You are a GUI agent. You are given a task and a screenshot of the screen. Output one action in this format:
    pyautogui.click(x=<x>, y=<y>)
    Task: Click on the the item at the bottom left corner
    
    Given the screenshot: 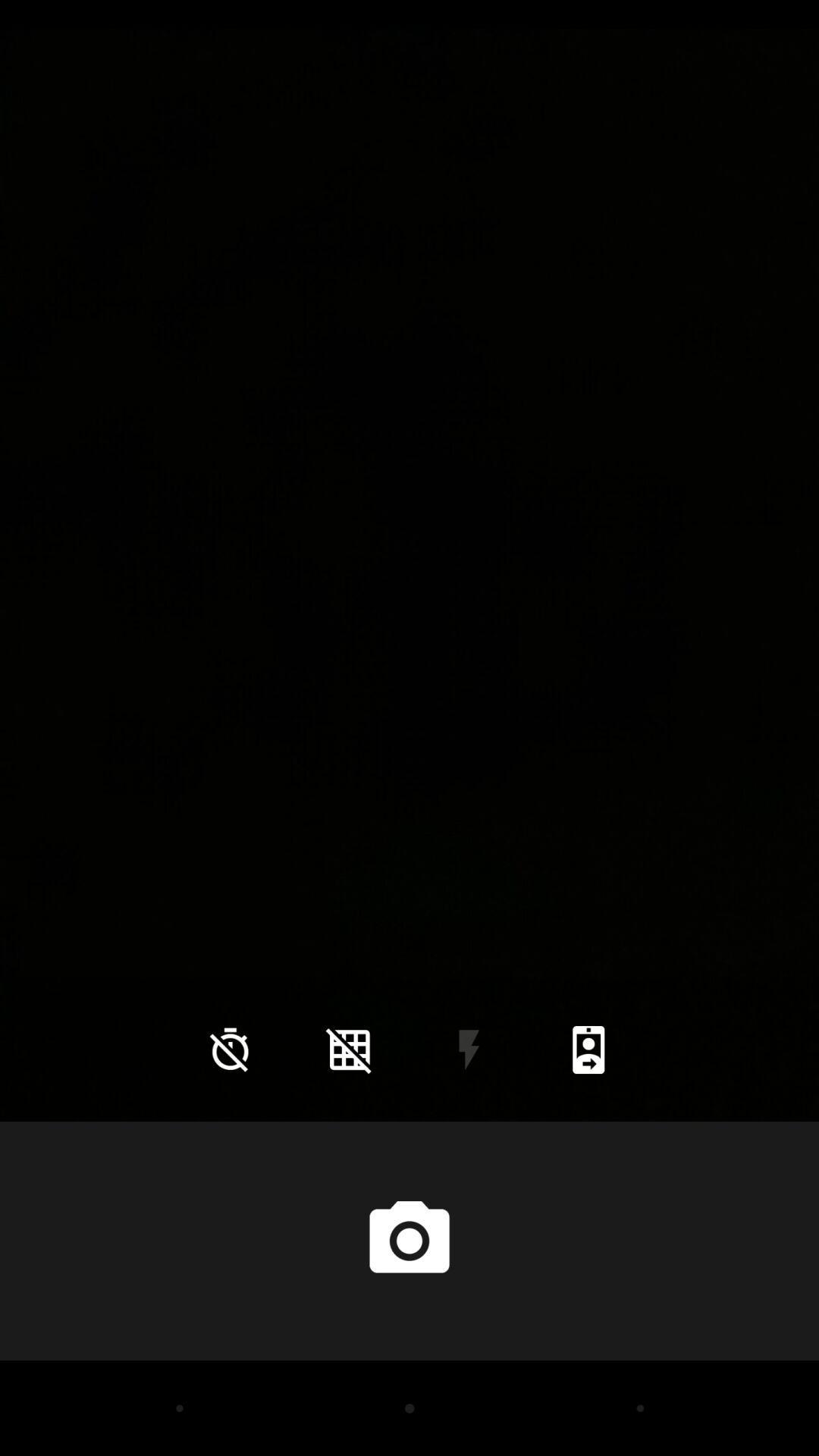 What is the action you would take?
    pyautogui.click(x=230, y=1049)
    